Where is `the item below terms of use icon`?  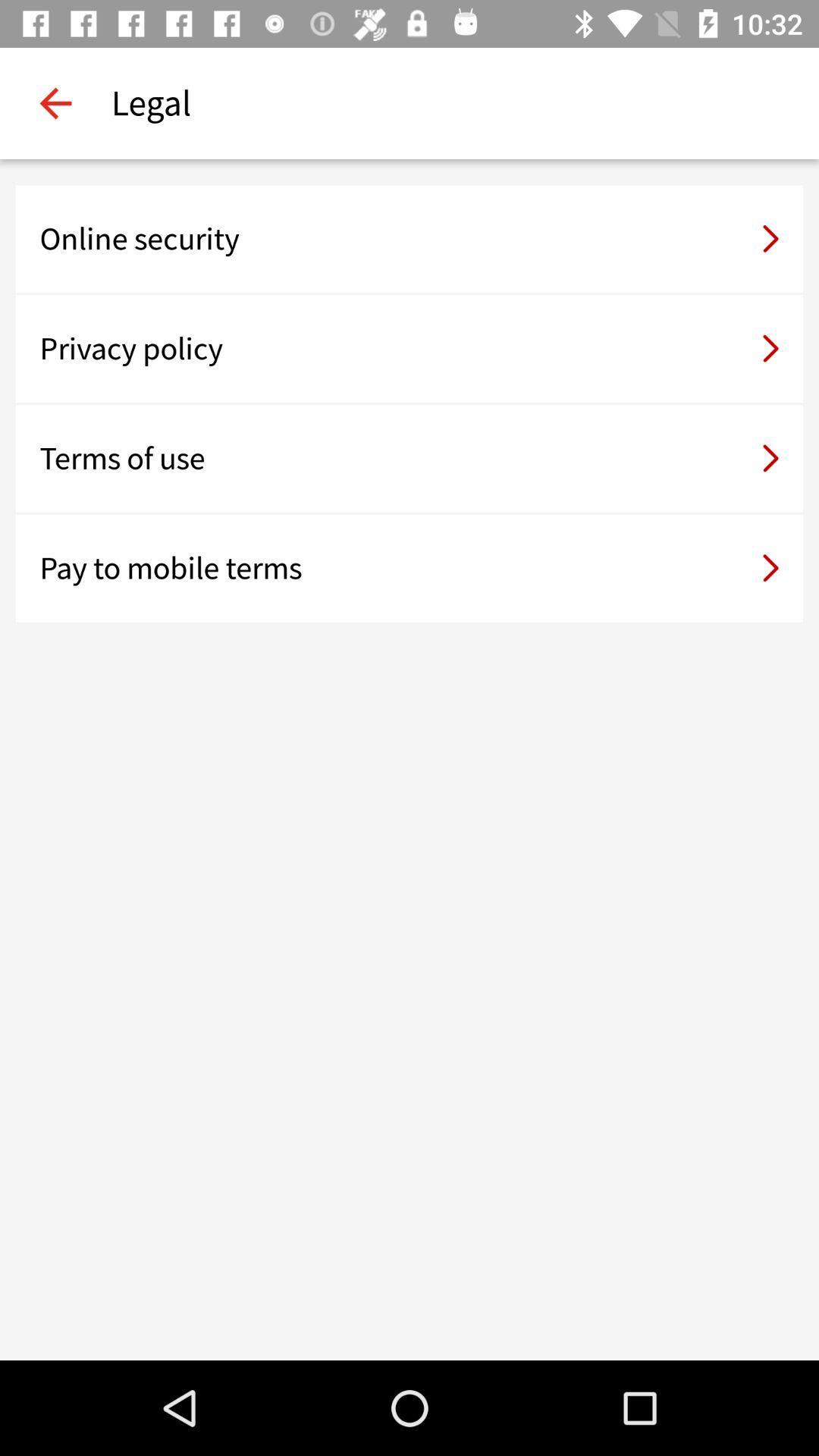 the item below terms of use icon is located at coordinates (409, 567).